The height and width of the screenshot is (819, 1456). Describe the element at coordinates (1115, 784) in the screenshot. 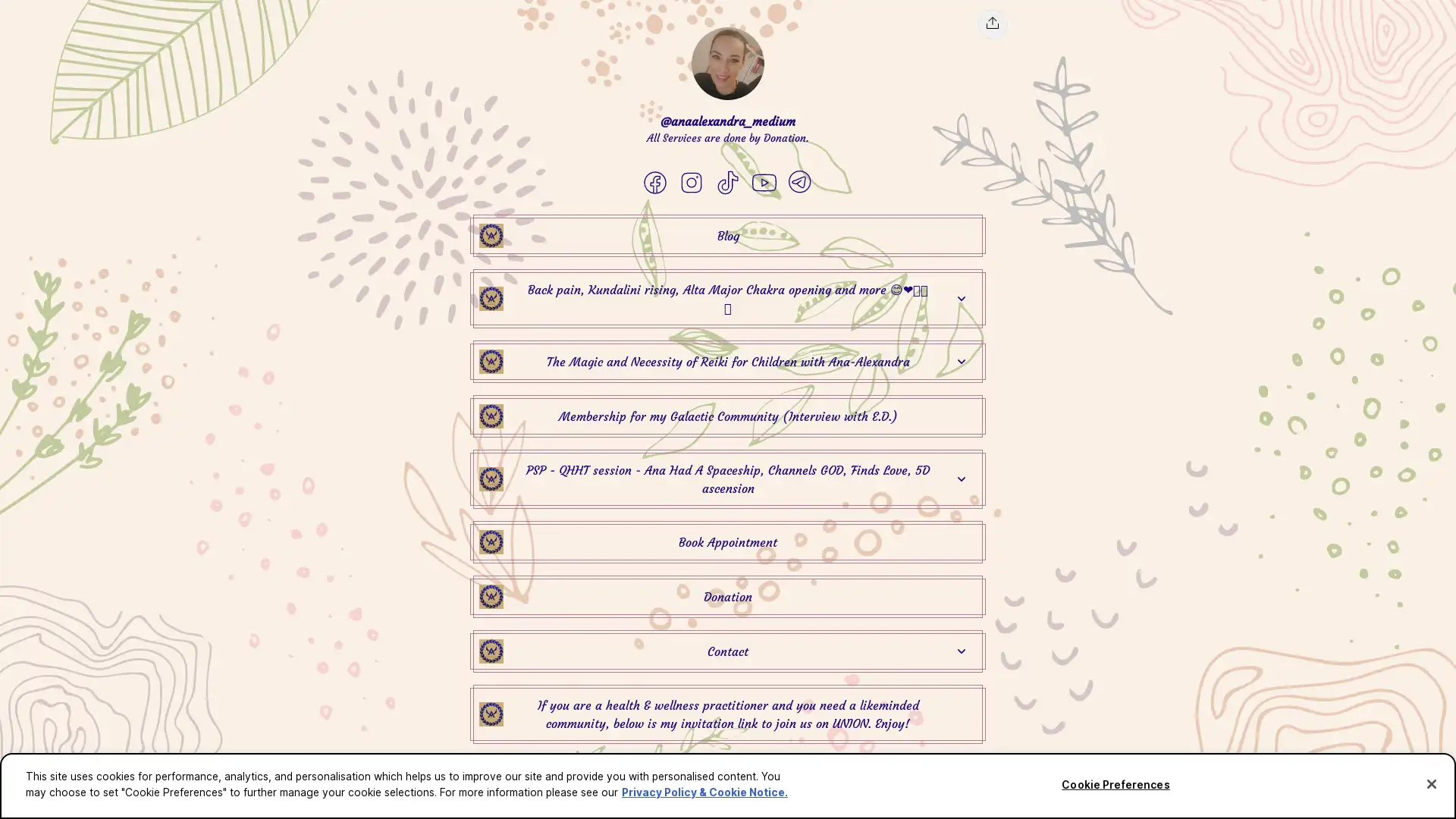

I see `Cookie Preferences` at that location.